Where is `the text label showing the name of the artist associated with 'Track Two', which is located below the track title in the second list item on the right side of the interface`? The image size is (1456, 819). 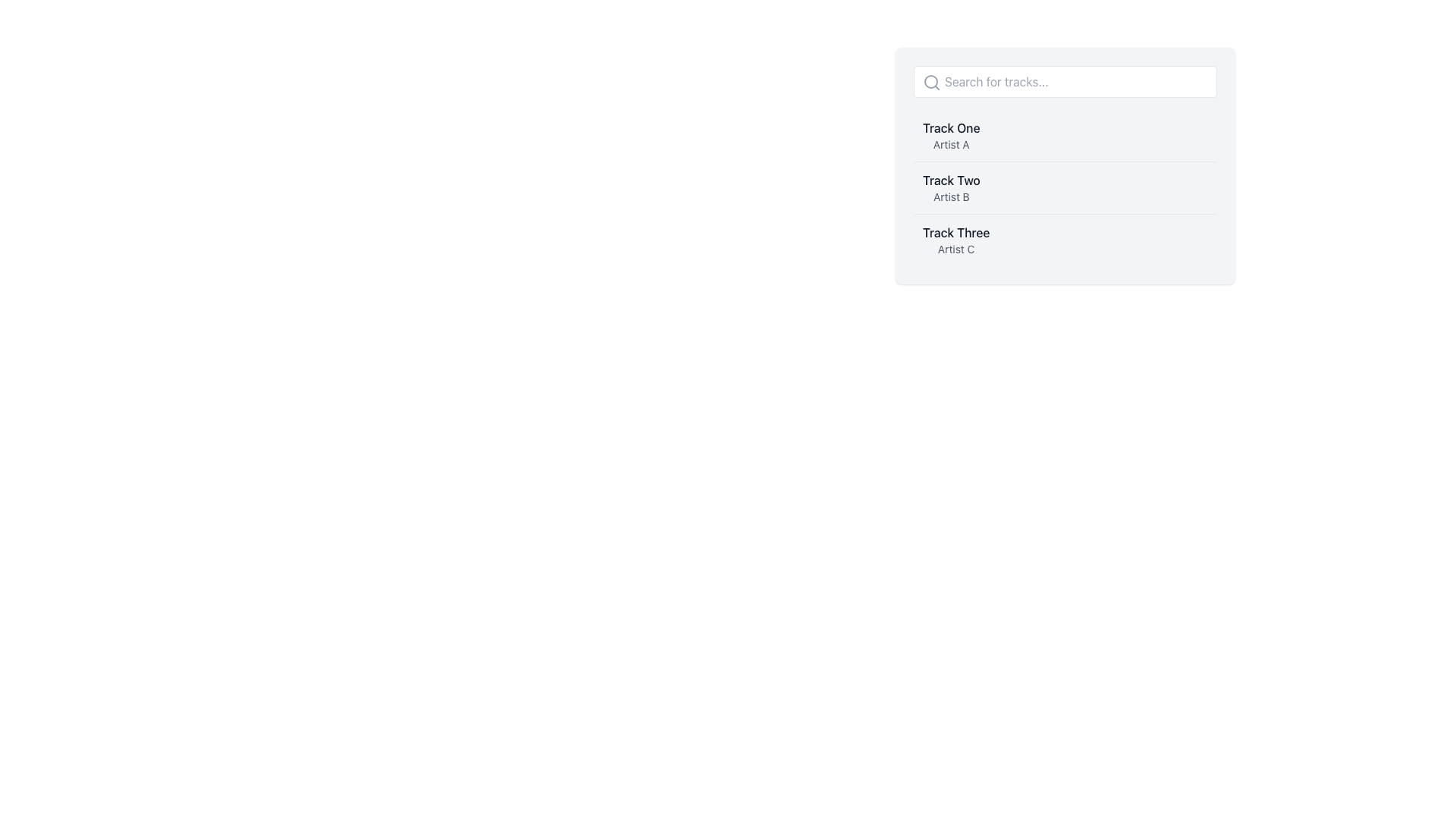
the text label showing the name of the artist associated with 'Track Two', which is located below the track title in the second list item on the right side of the interface is located at coordinates (950, 196).